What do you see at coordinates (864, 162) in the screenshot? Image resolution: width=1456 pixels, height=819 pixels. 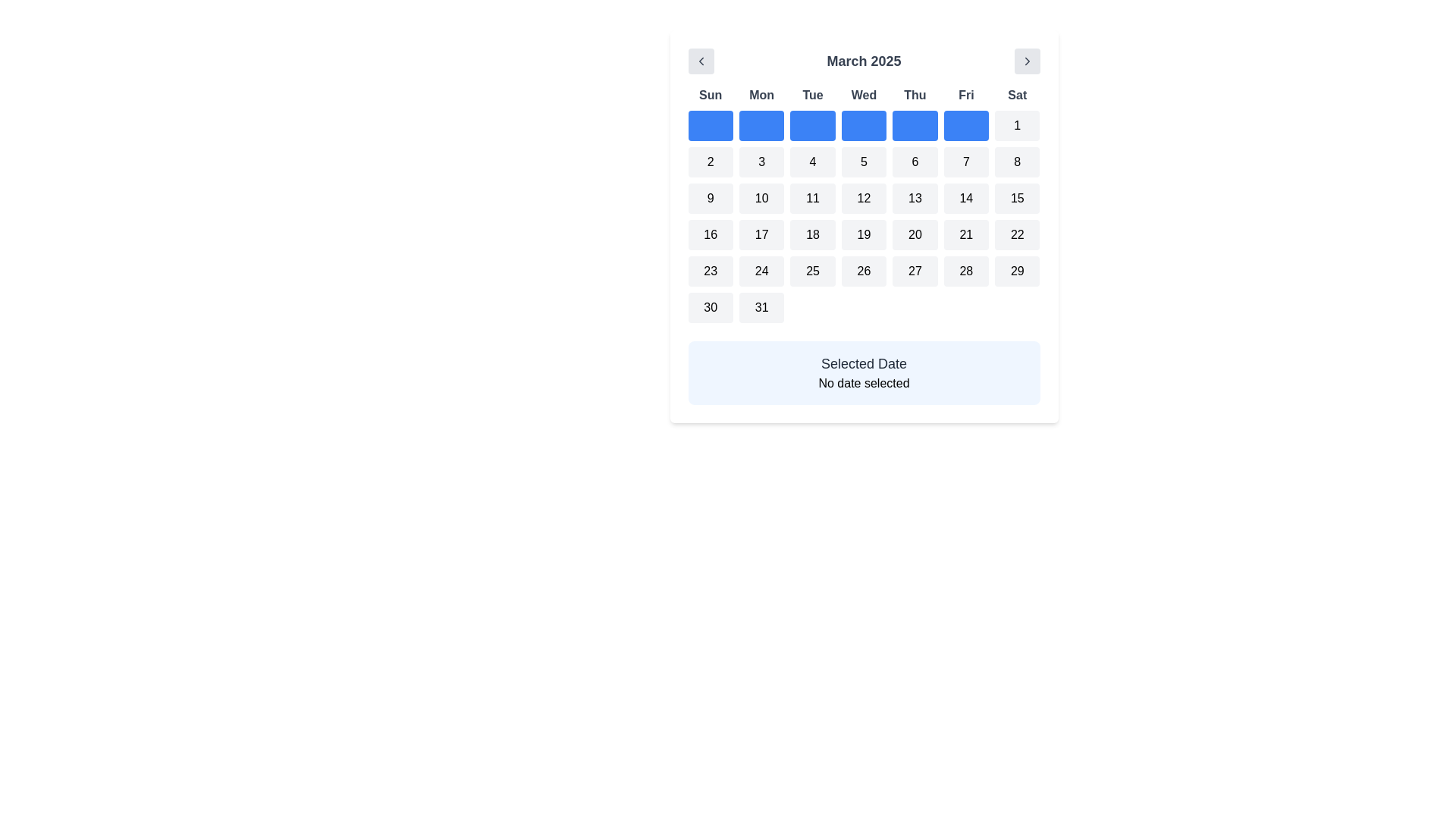 I see `the selectable date '5' in the calendar grid under the Wednesday column` at bounding box center [864, 162].